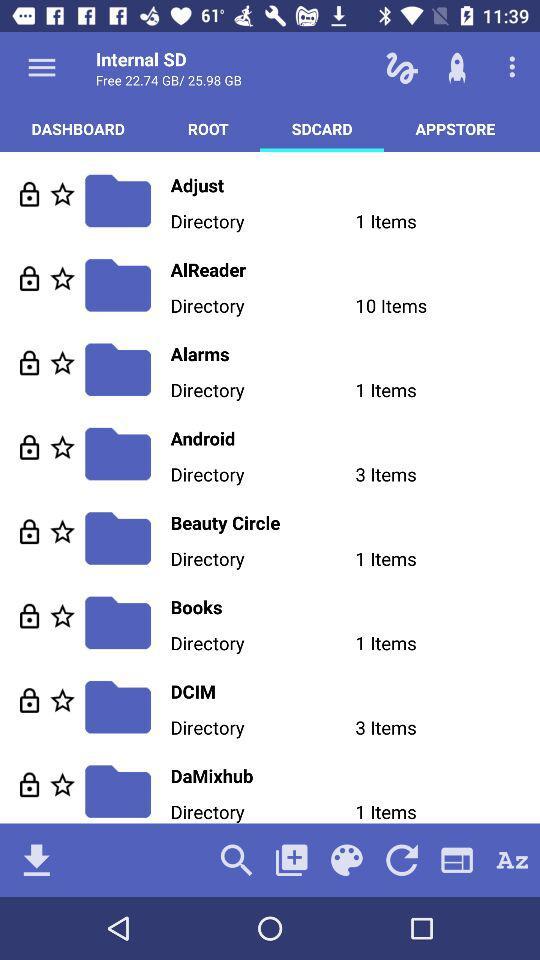 This screenshot has height=960, width=540. What do you see at coordinates (28, 615) in the screenshot?
I see `lagk` at bounding box center [28, 615].